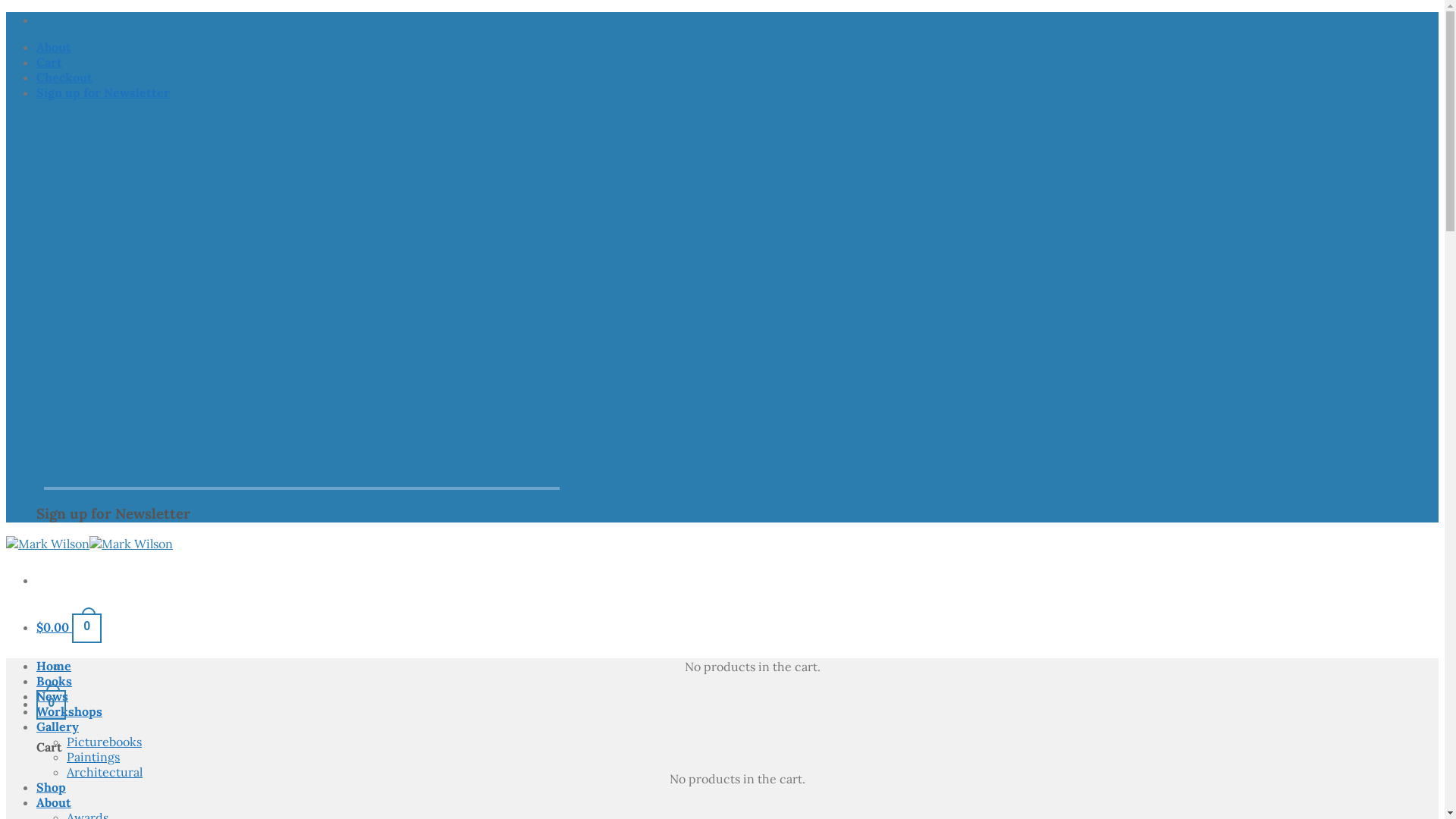 The height and width of the screenshot is (819, 1456). Describe the element at coordinates (36, 801) in the screenshot. I see `'About'` at that location.